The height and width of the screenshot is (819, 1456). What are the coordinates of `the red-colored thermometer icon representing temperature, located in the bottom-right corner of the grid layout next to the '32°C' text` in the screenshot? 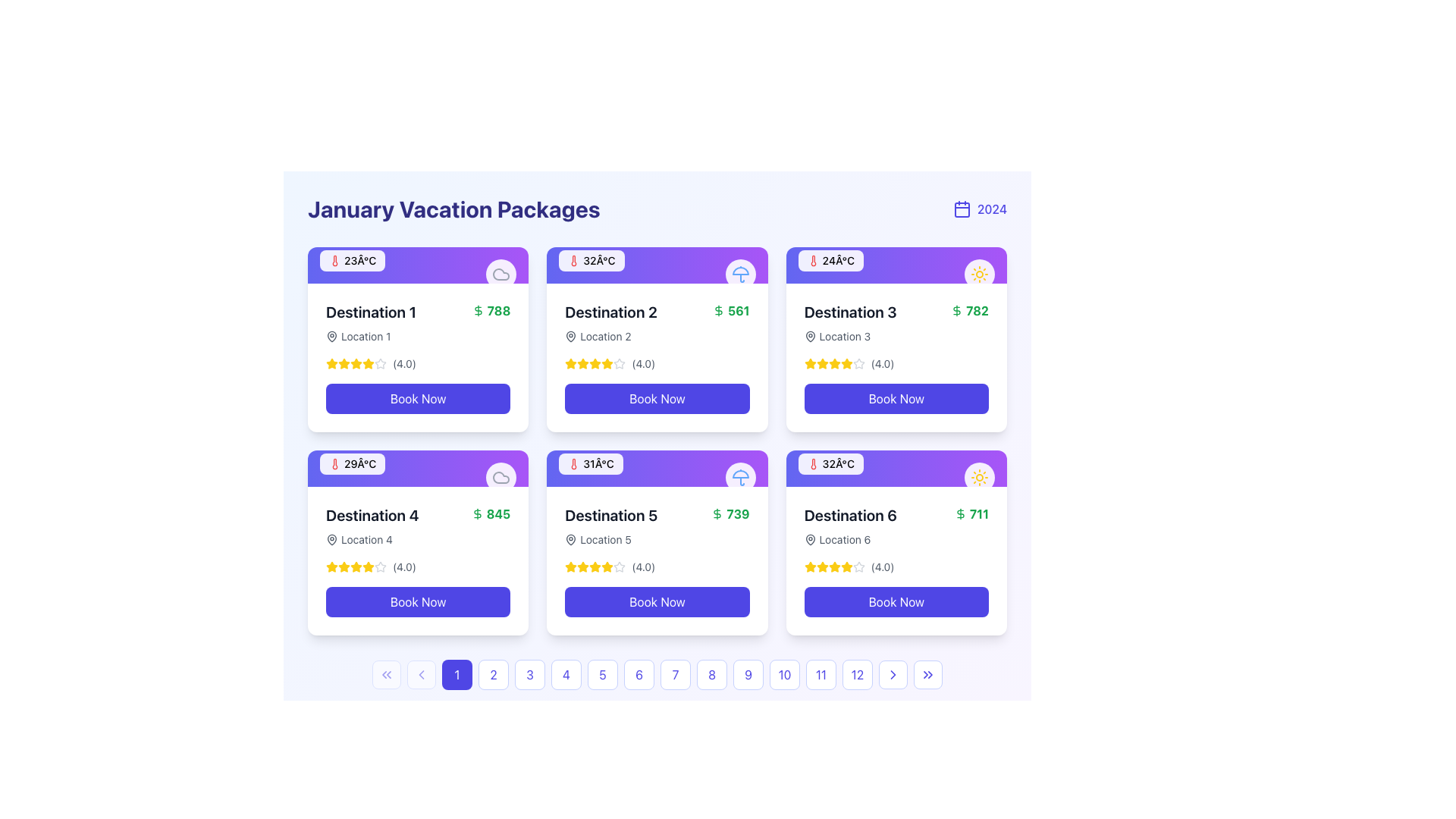 It's located at (812, 463).